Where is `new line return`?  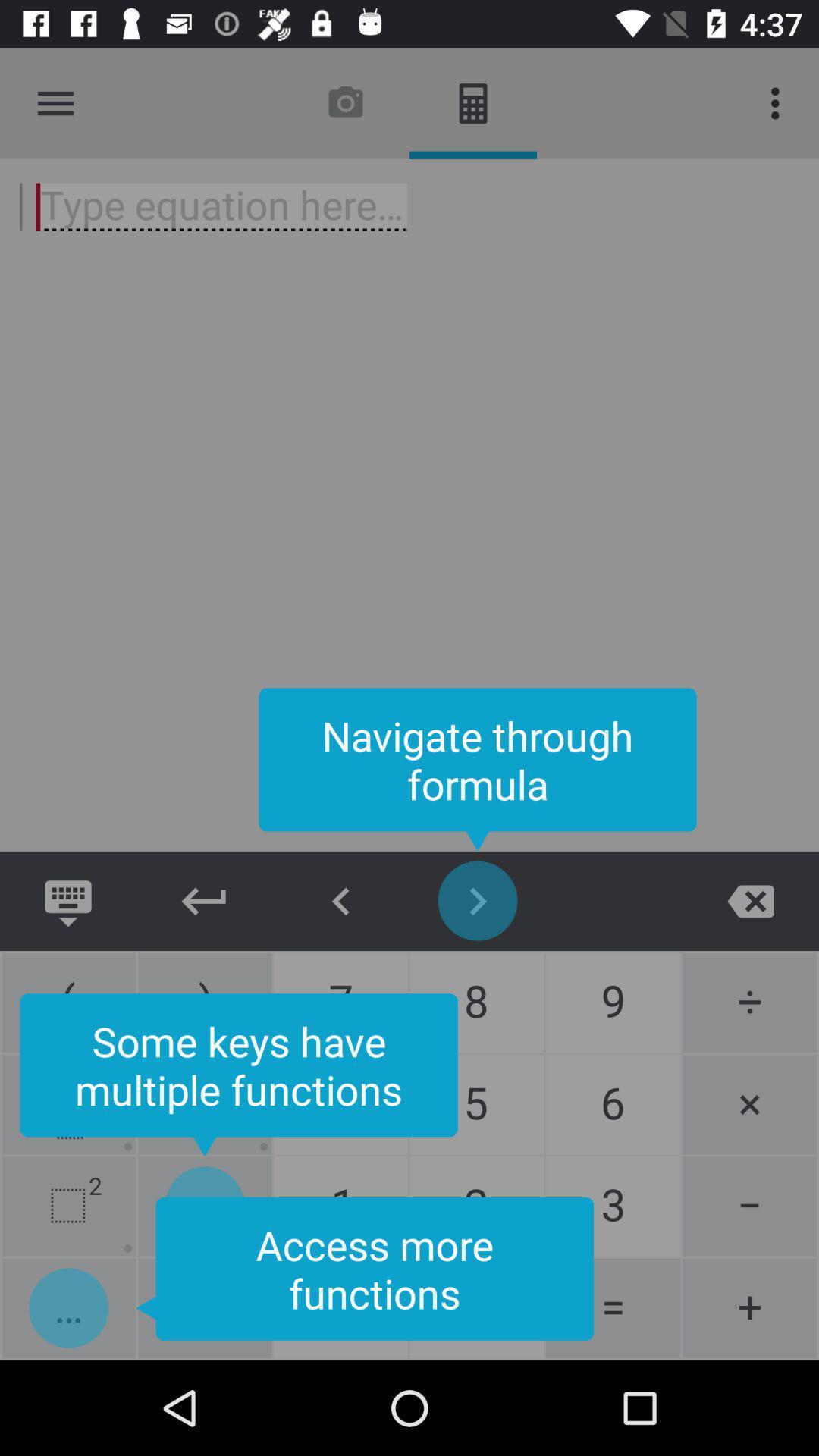 new line return is located at coordinates (205, 901).